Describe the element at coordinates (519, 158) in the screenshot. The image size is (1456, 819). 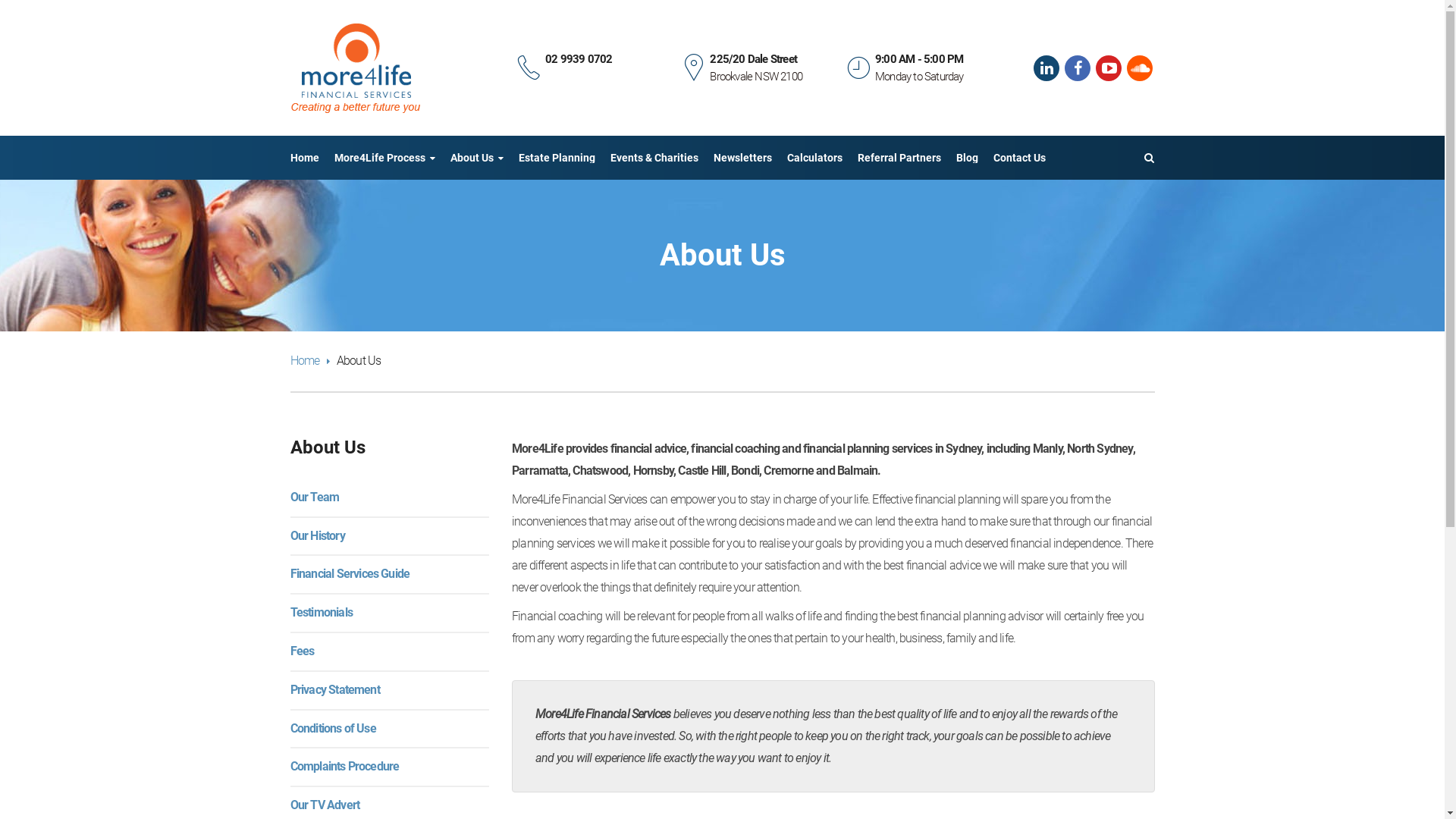
I see `'Estate Planning'` at that location.